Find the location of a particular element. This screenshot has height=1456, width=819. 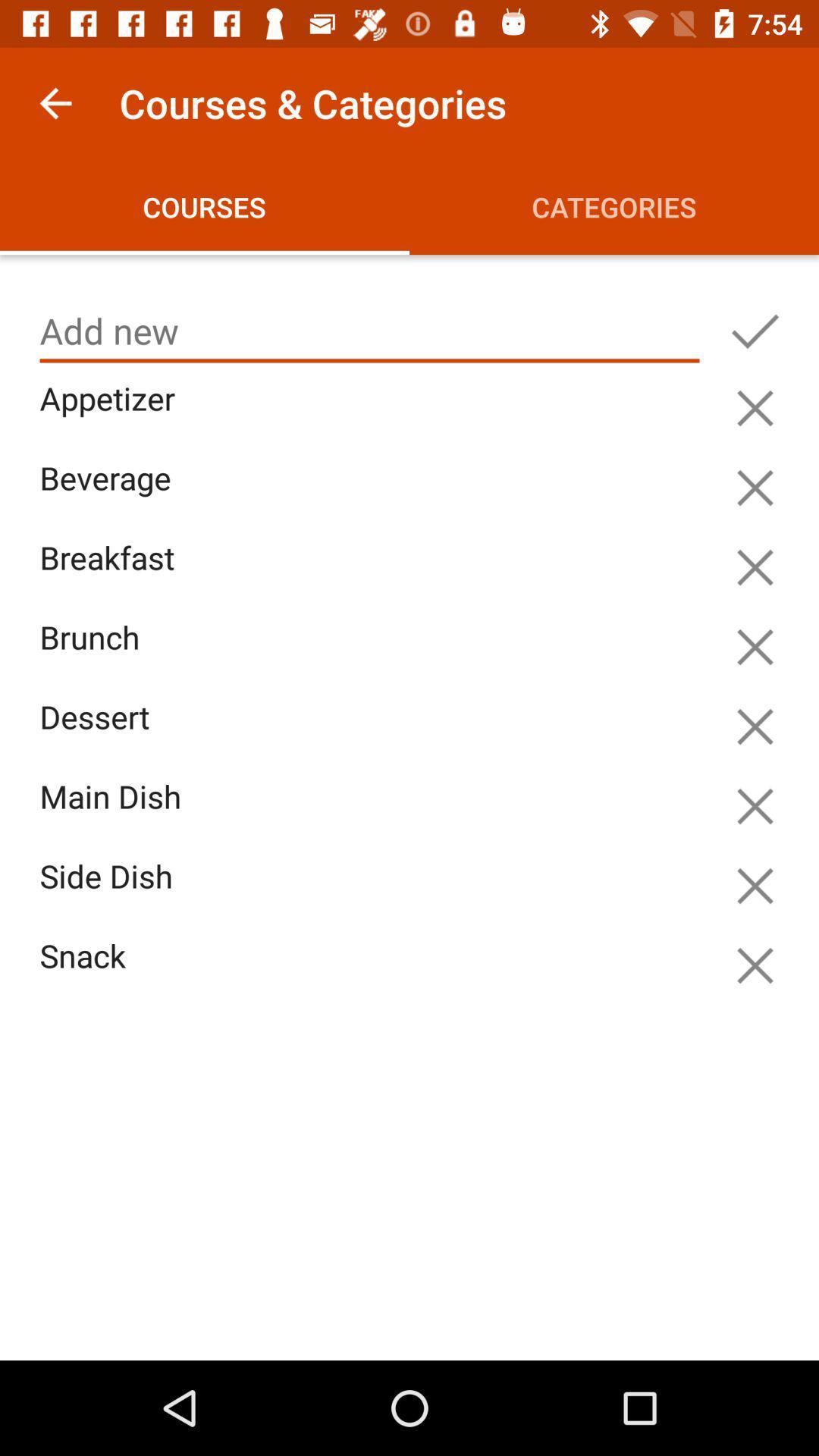

the item above the main dish item is located at coordinates (373, 735).